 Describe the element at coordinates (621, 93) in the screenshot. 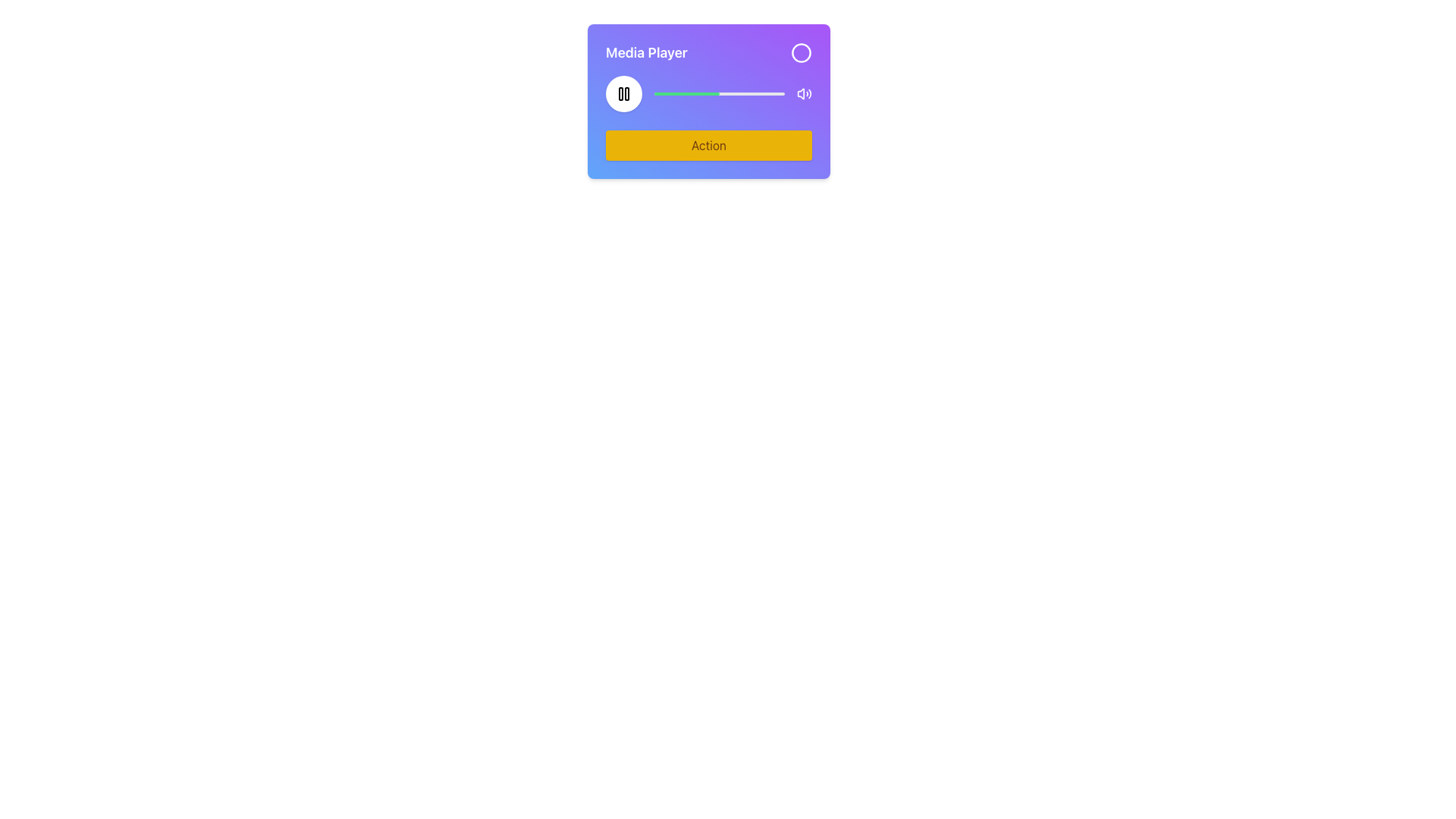

I see `the left bar of the pause icon, which is represented by an SVG Rectangle located towards the top-right of the media player interface` at that location.